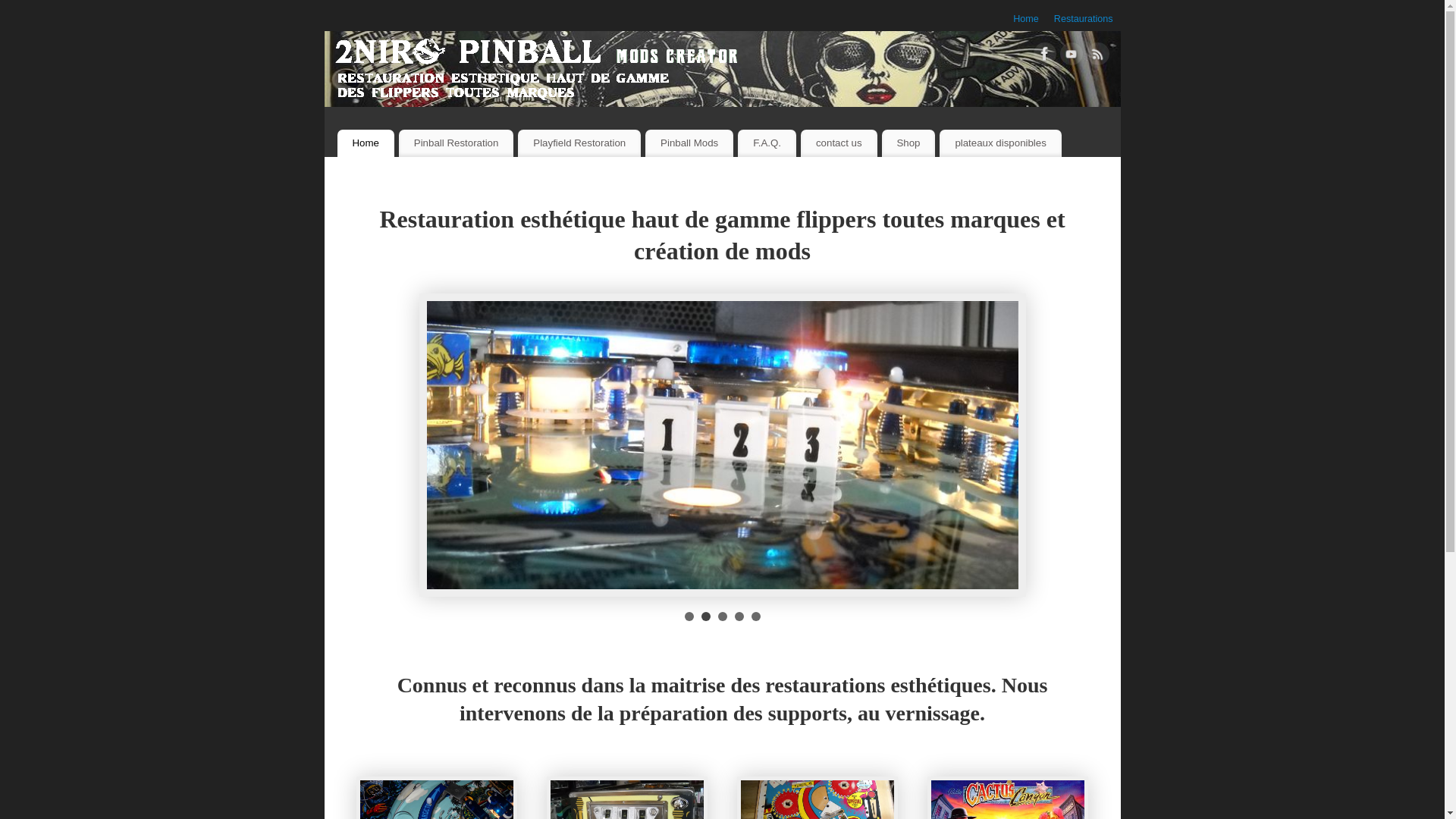 Image resolution: width=1456 pixels, height=819 pixels. What do you see at coordinates (578, 143) in the screenshot?
I see `'Playfield Restoration'` at bounding box center [578, 143].